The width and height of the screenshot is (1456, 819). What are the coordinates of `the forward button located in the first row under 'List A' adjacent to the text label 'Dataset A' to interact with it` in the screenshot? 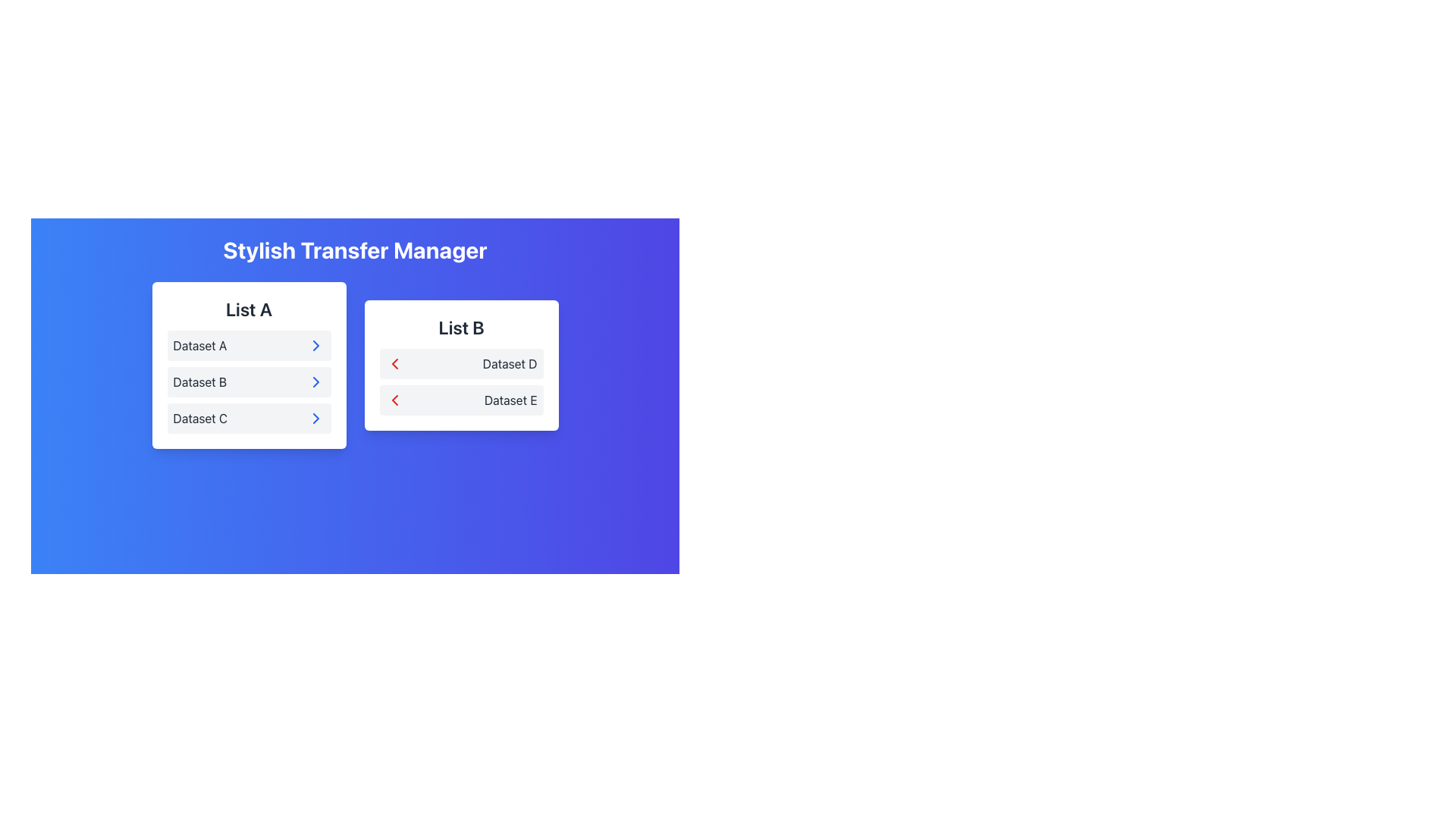 It's located at (315, 345).